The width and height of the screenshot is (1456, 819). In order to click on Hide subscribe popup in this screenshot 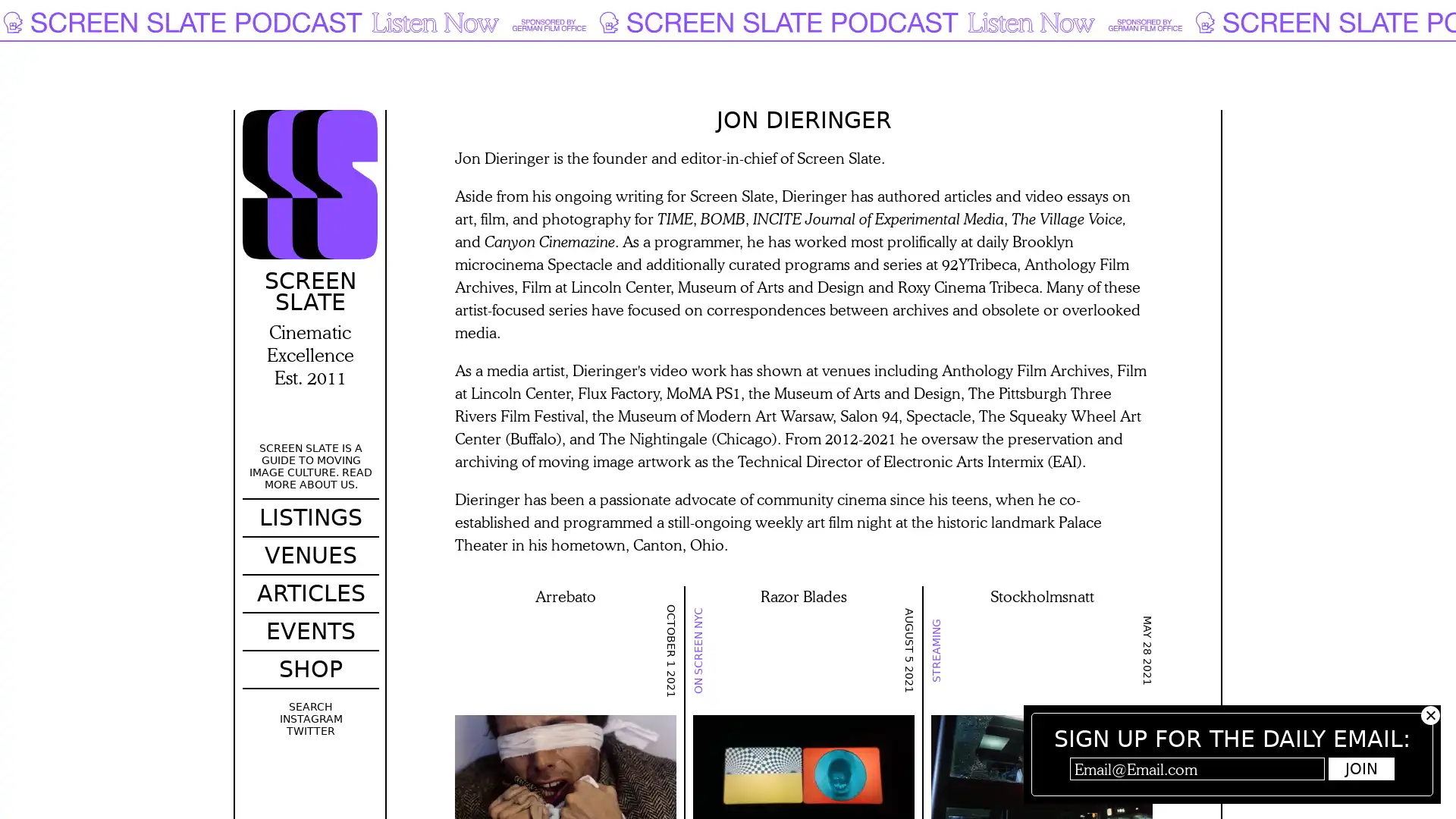, I will do `click(1429, 715)`.